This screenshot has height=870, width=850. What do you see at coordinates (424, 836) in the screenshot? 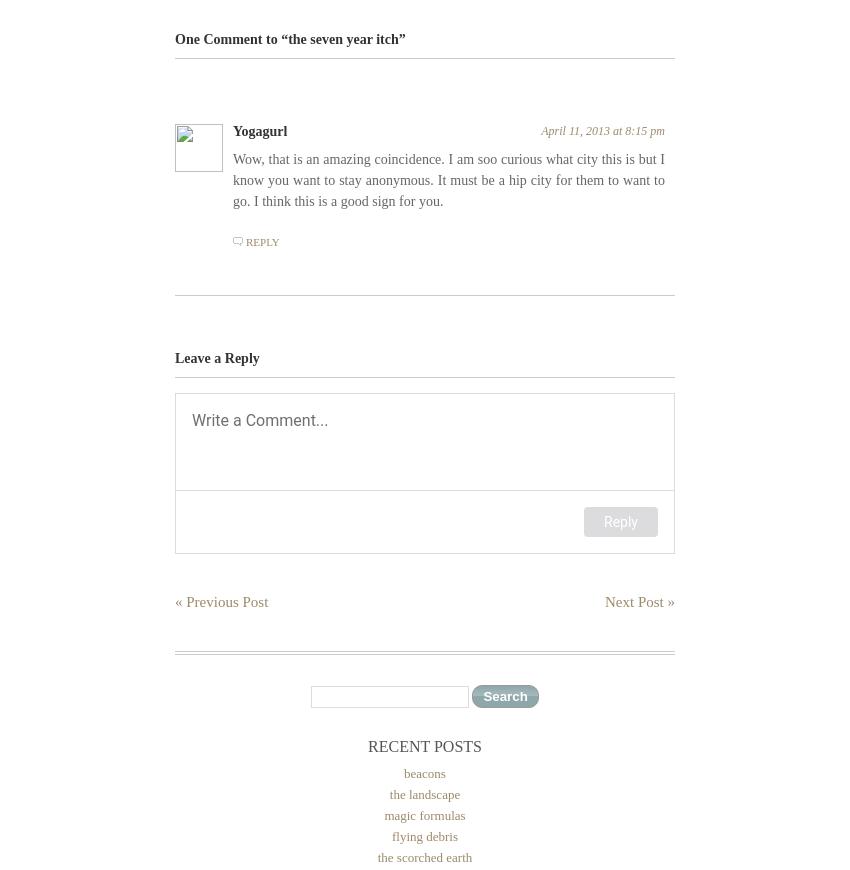
I see `'flying debris'` at bounding box center [424, 836].